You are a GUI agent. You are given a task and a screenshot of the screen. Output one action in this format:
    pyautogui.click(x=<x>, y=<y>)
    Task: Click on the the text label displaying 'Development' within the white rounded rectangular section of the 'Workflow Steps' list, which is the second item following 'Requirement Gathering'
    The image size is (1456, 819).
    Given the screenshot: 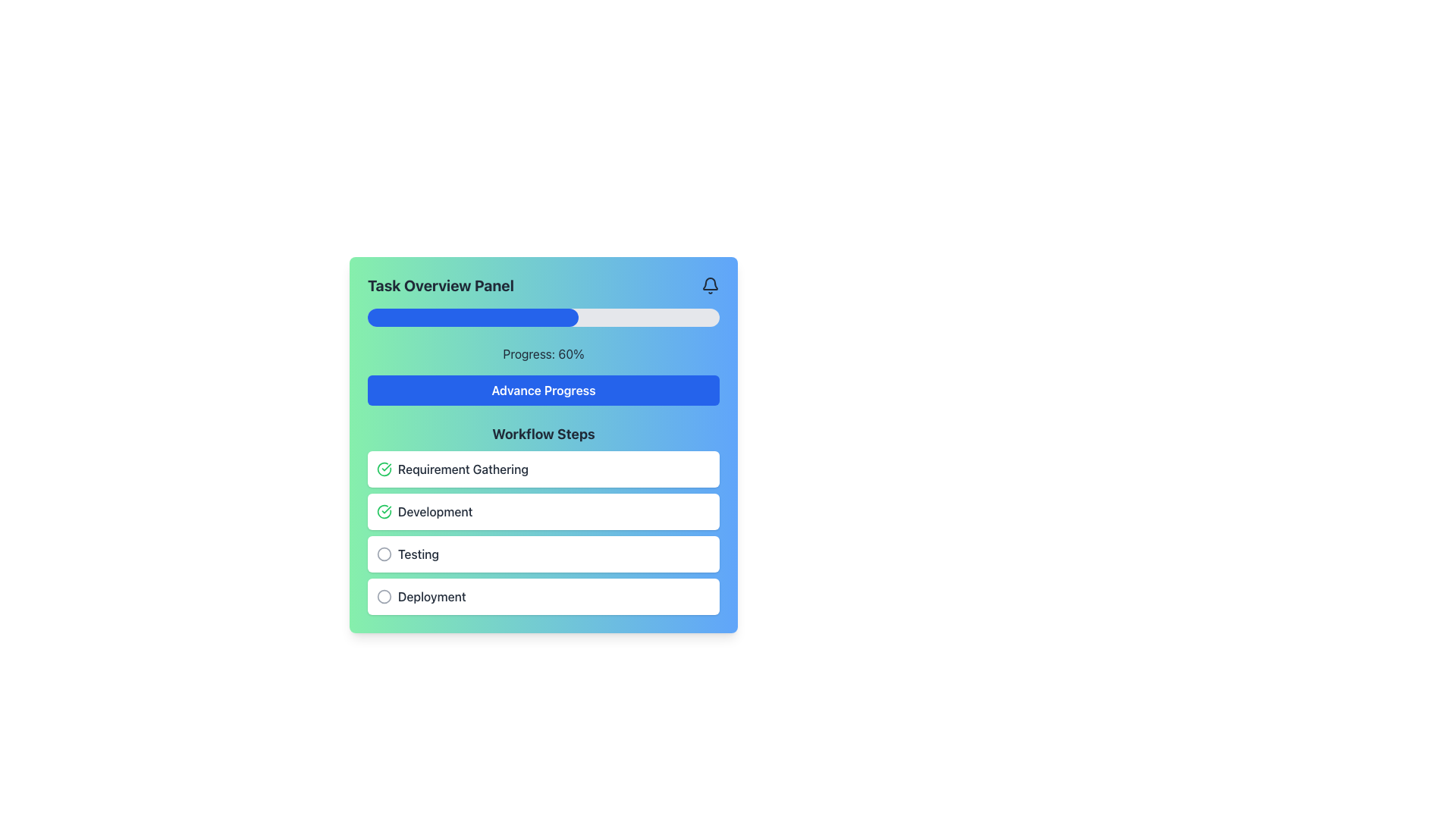 What is the action you would take?
    pyautogui.click(x=435, y=512)
    